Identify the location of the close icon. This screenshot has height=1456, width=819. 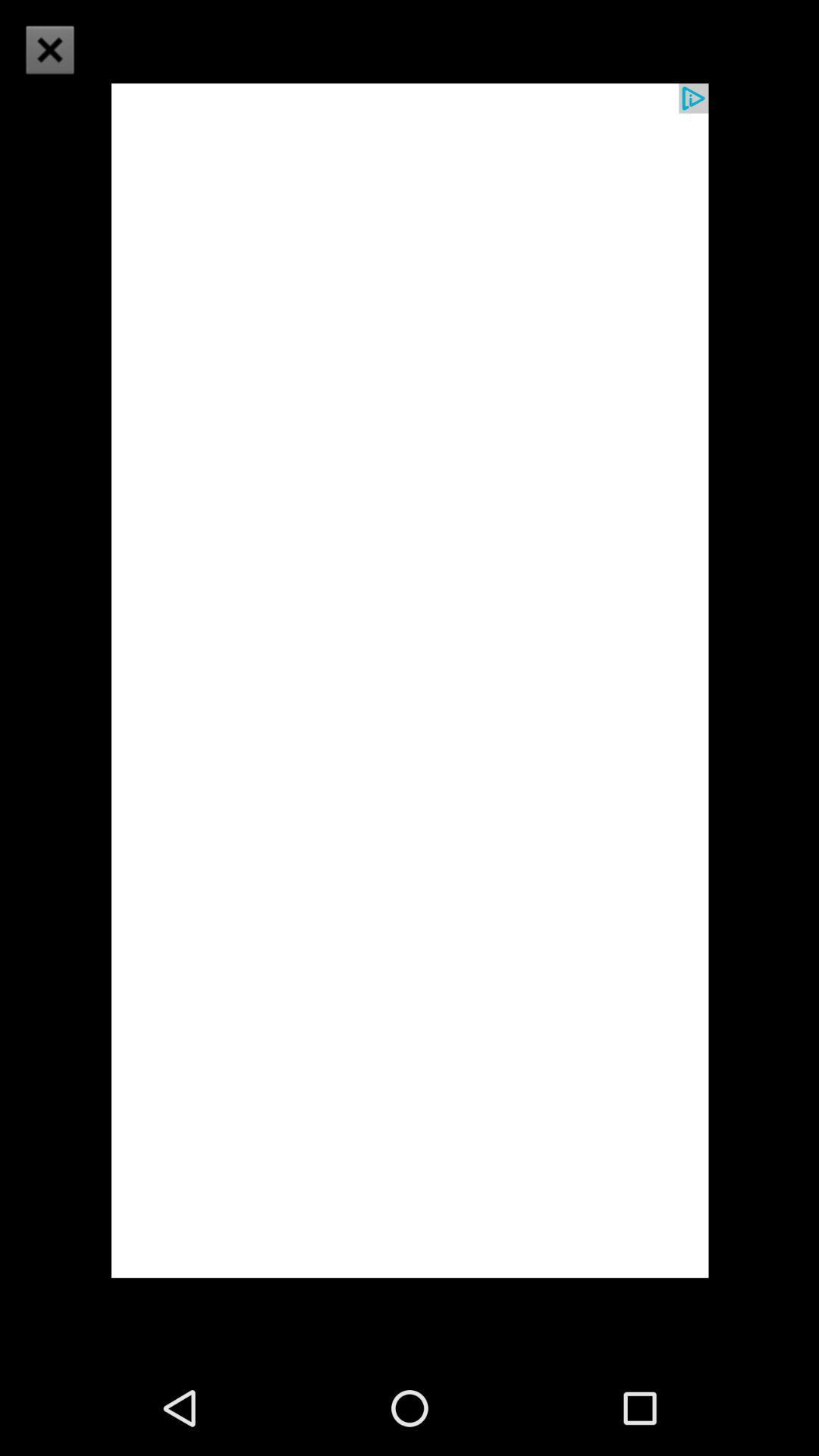
(58, 63).